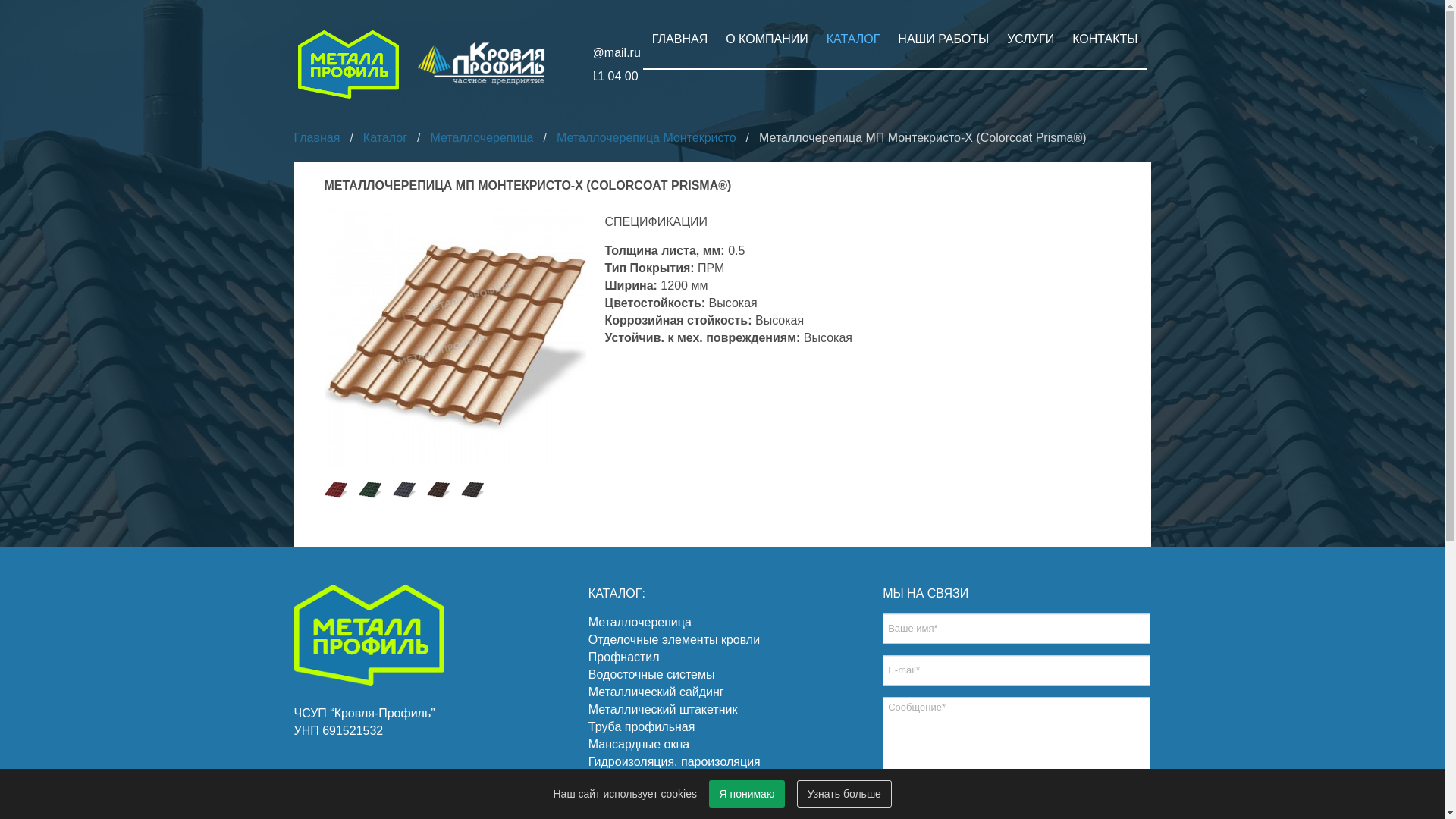 The width and height of the screenshot is (1456, 819). What do you see at coordinates (454, 335) in the screenshot?
I see `'Drw0001ADA Helios'` at bounding box center [454, 335].